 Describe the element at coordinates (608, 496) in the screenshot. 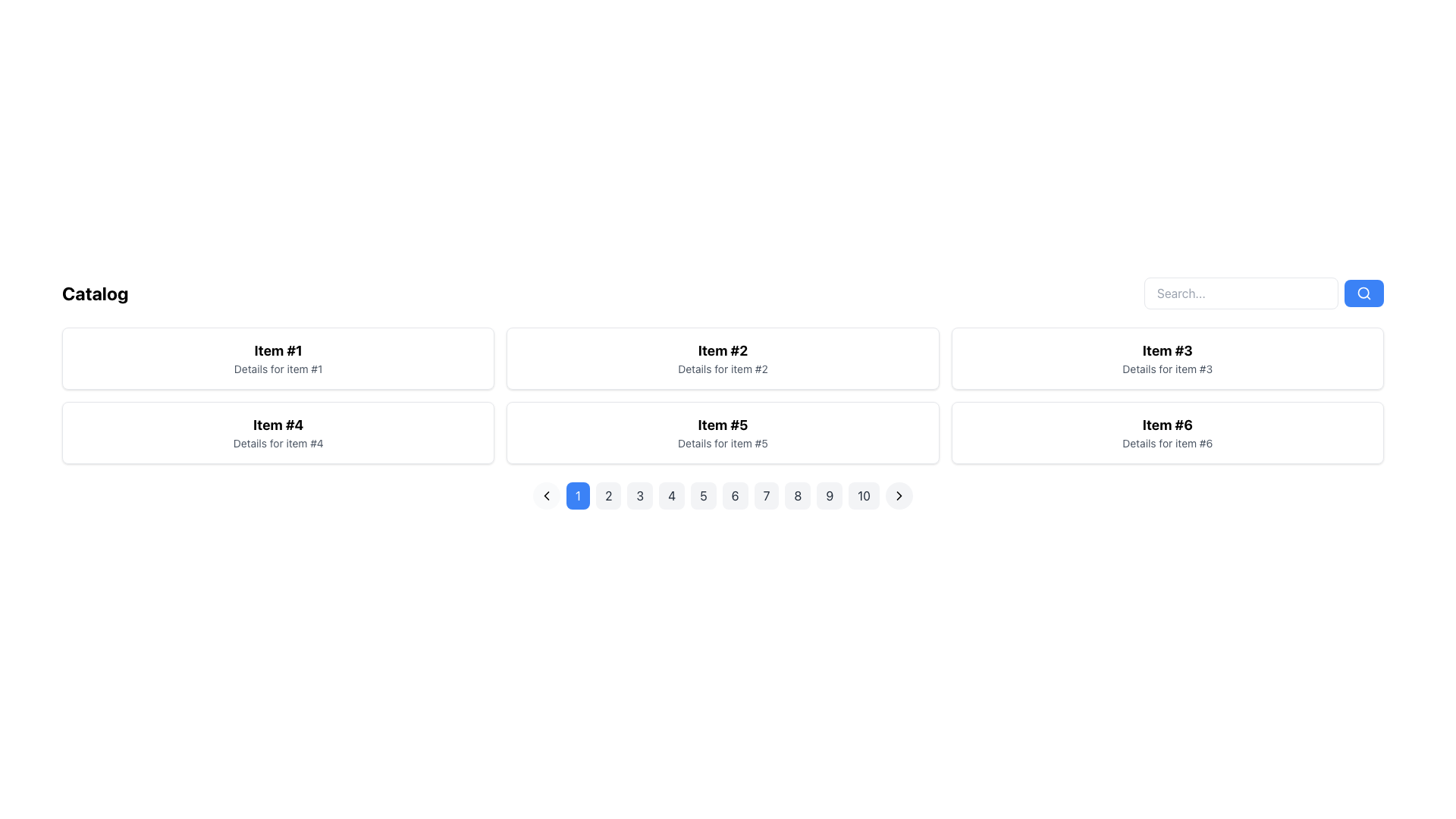

I see `the second button in the pagination section` at that location.